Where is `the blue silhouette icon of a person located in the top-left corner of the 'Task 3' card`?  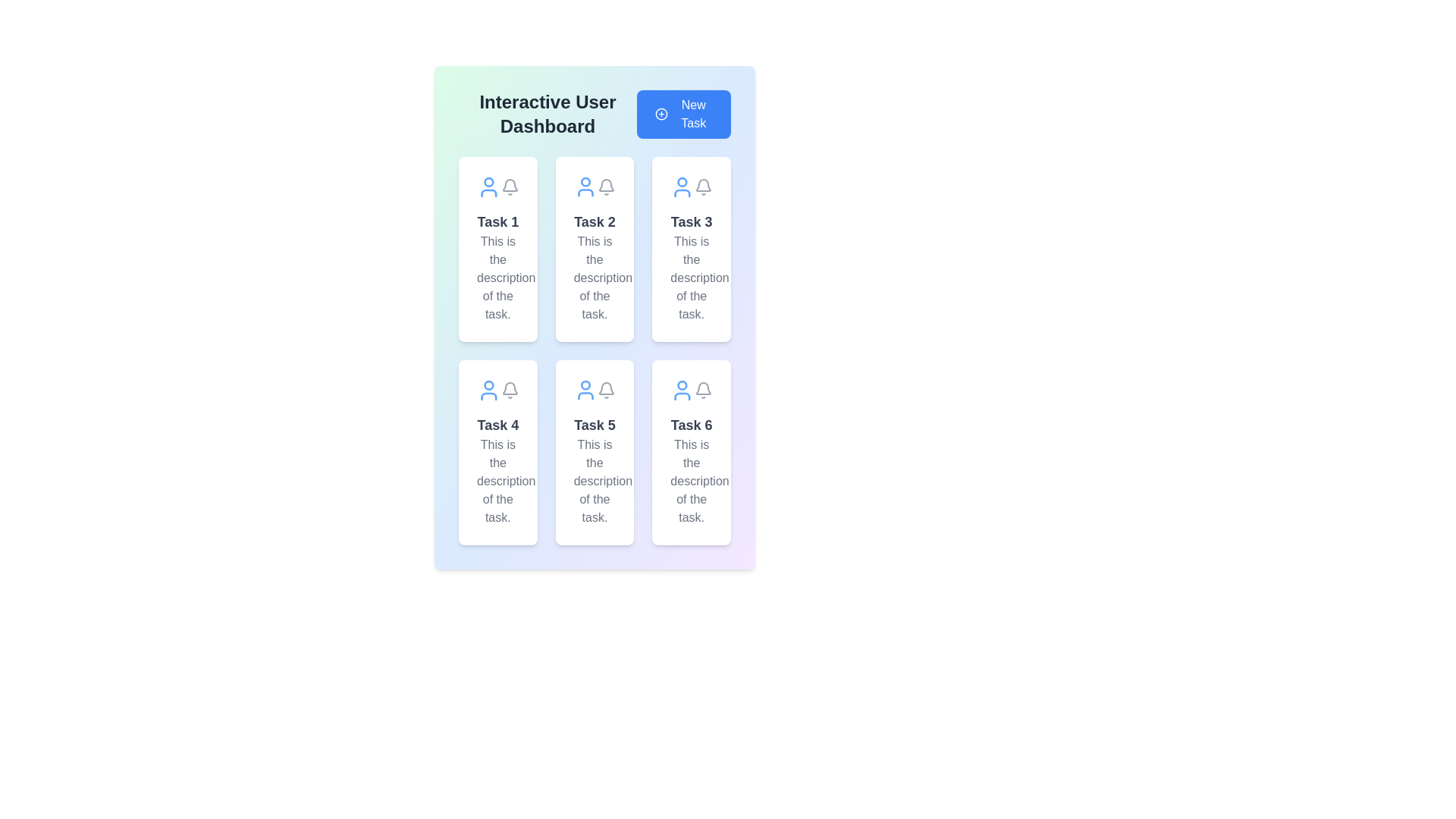
the blue silhouette icon of a person located in the top-left corner of the 'Task 3' card is located at coordinates (682, 186).